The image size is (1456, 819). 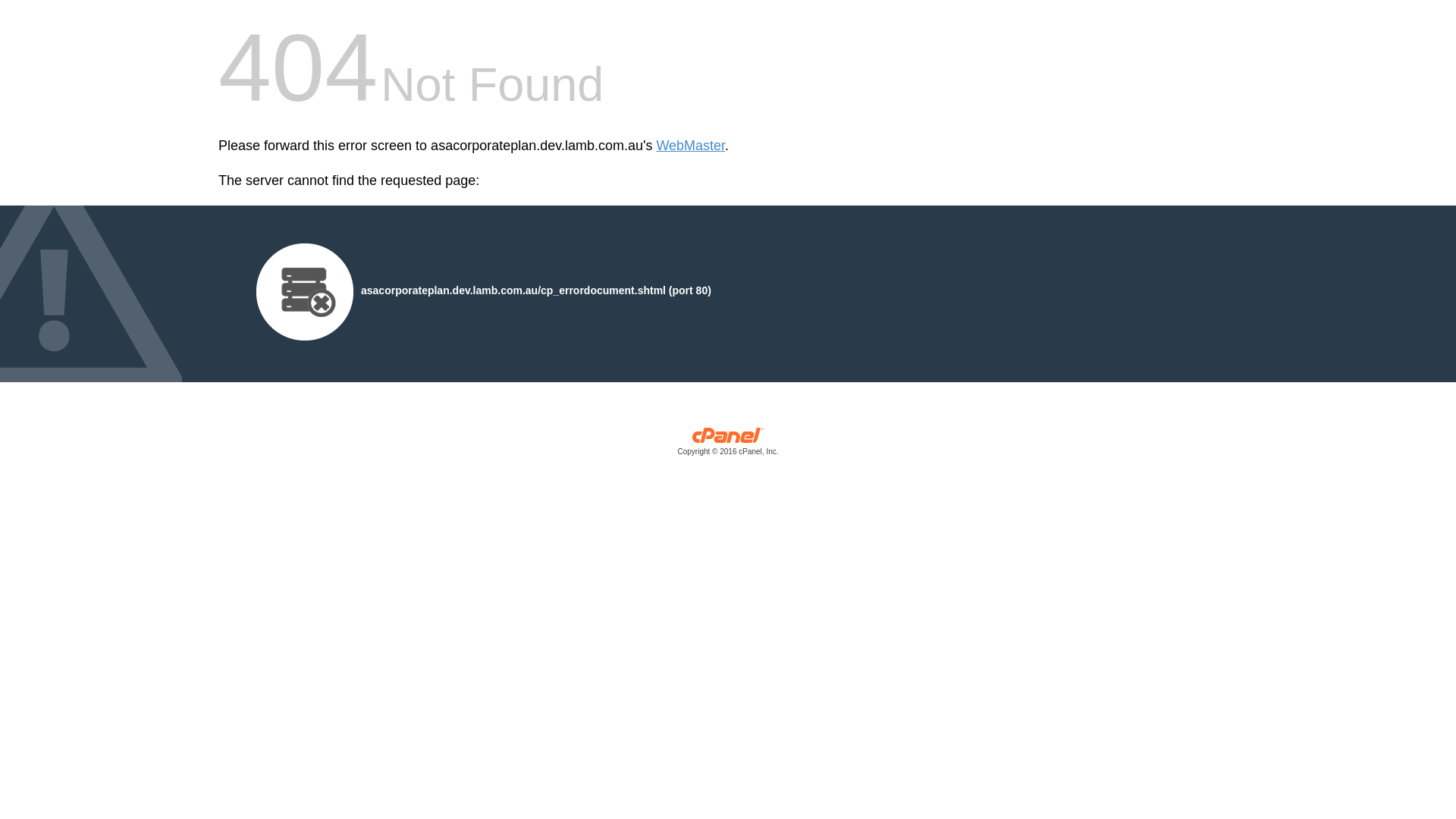 What do you see at coordinates (689, 146) in the screenshot?
I see `'WebMaster'` at bounding box center [689, 146].